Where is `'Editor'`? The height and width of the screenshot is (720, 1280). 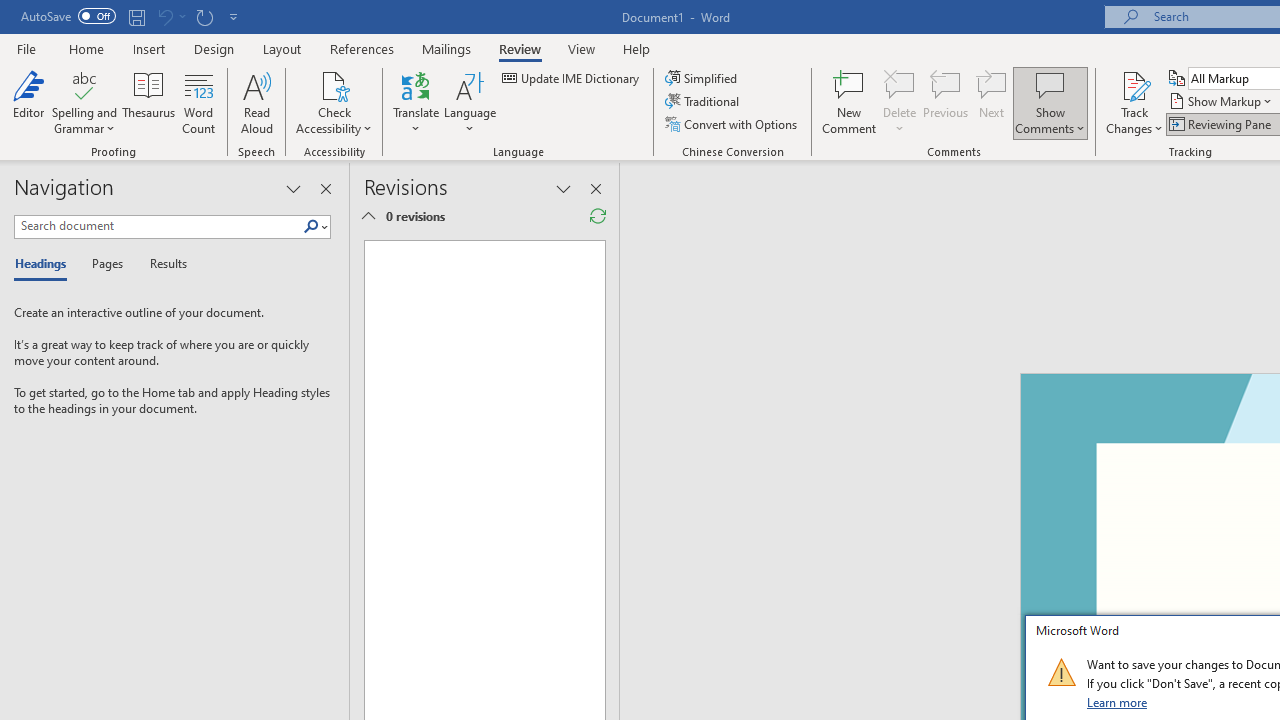
'Editor' is located at coordinates (28, 103).